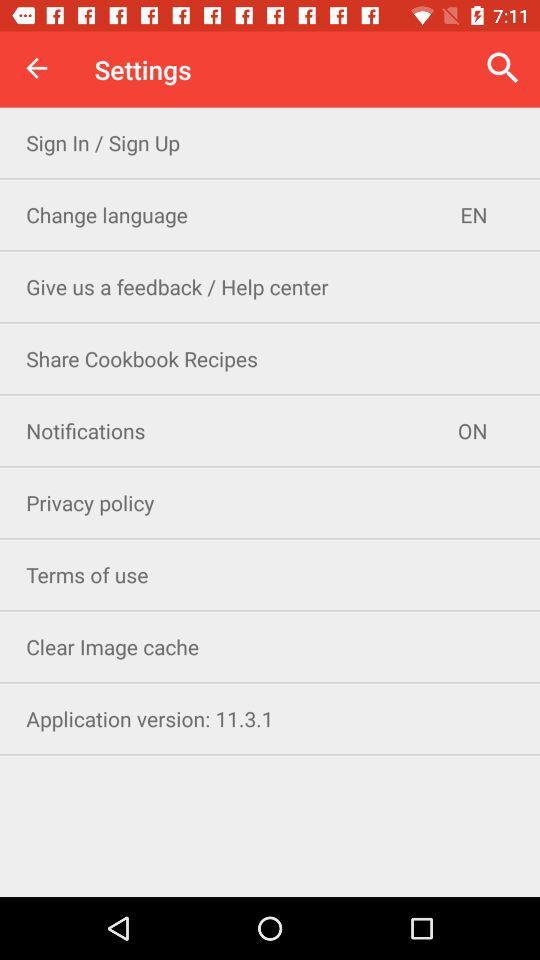  I want to click on the terms of use, so click(270, 574).